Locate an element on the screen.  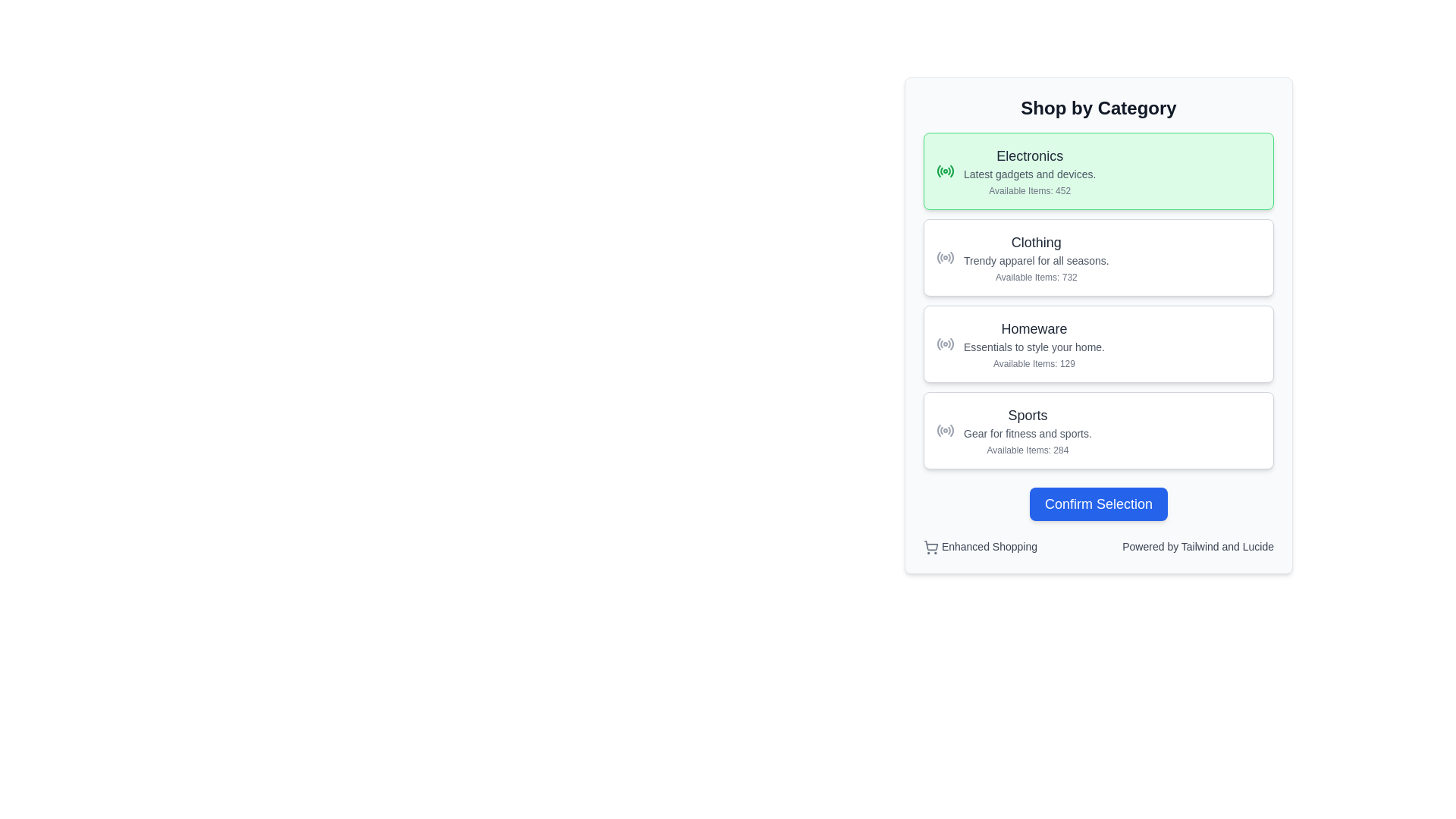
static text description that says 'Gear for fitness and sports.' located in the fourth card of the category list, positioned below the heading 'Sports' and above the subtext 'Available Items: 284' is located at coordinates (1028, 433).